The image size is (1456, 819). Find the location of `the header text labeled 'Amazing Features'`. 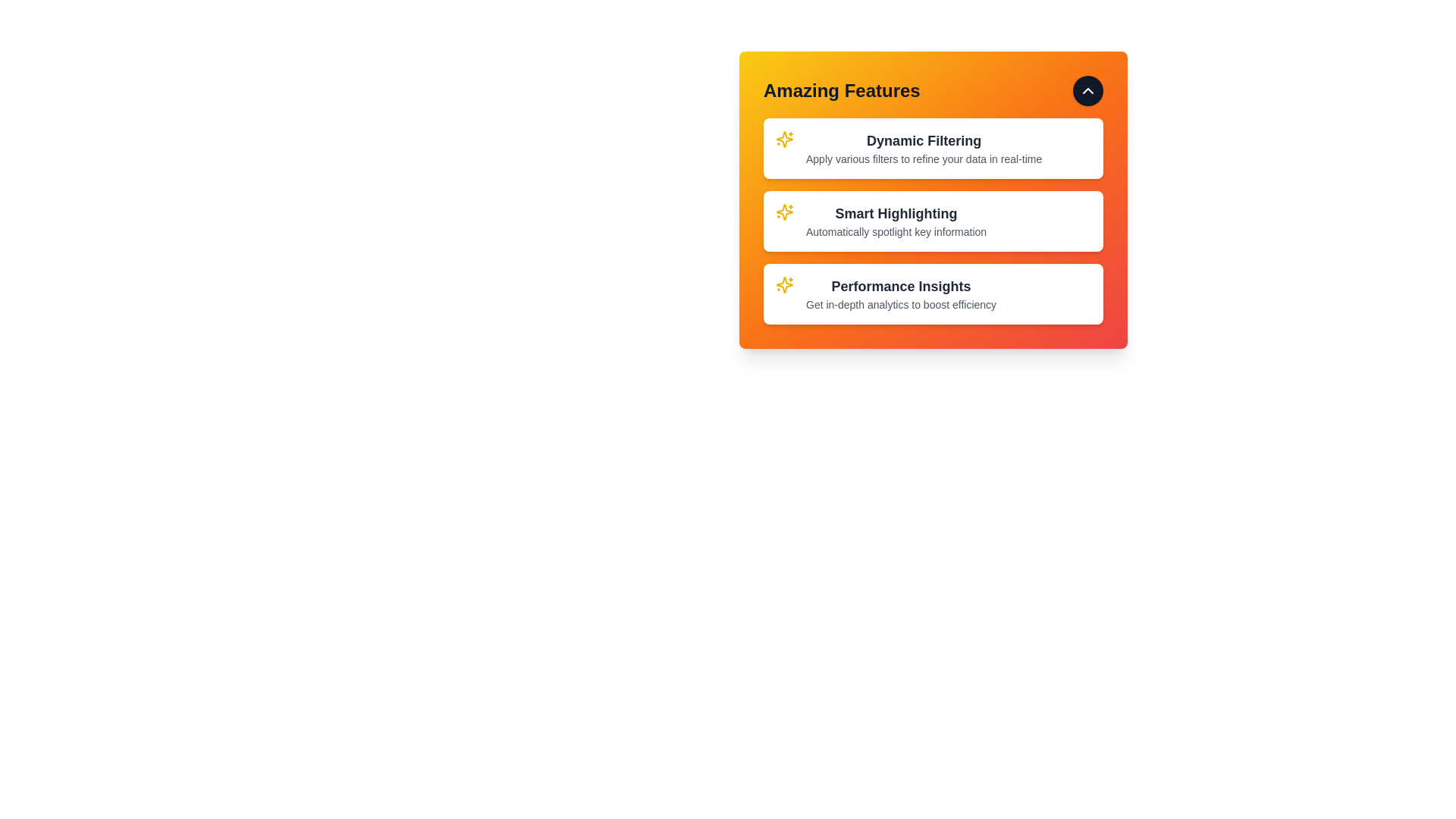

the header text labeled 'Amazing Features' is located at coordinates (932, 90).